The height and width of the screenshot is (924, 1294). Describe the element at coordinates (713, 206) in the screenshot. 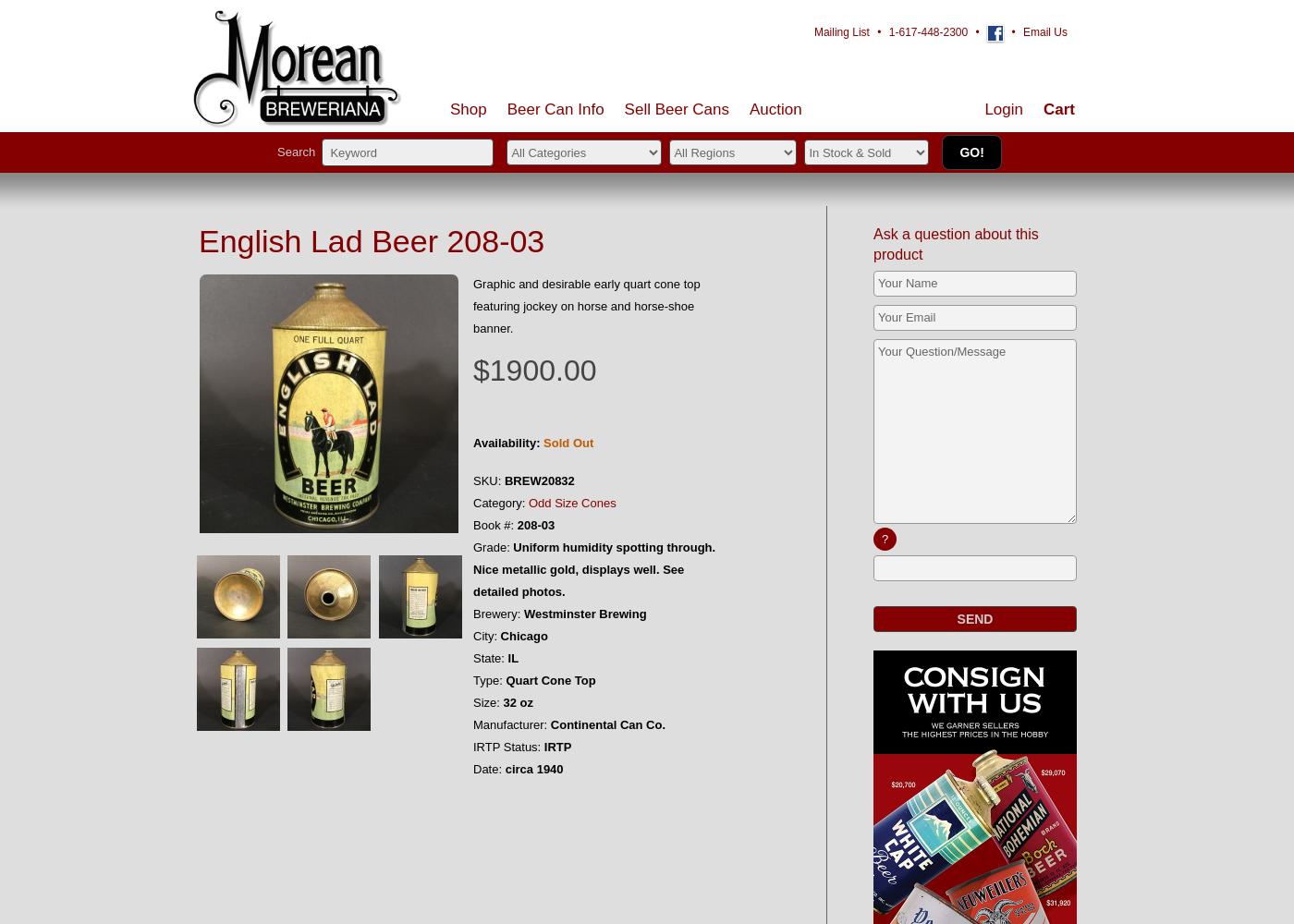

I see `'Beer Can Books'` at that location.